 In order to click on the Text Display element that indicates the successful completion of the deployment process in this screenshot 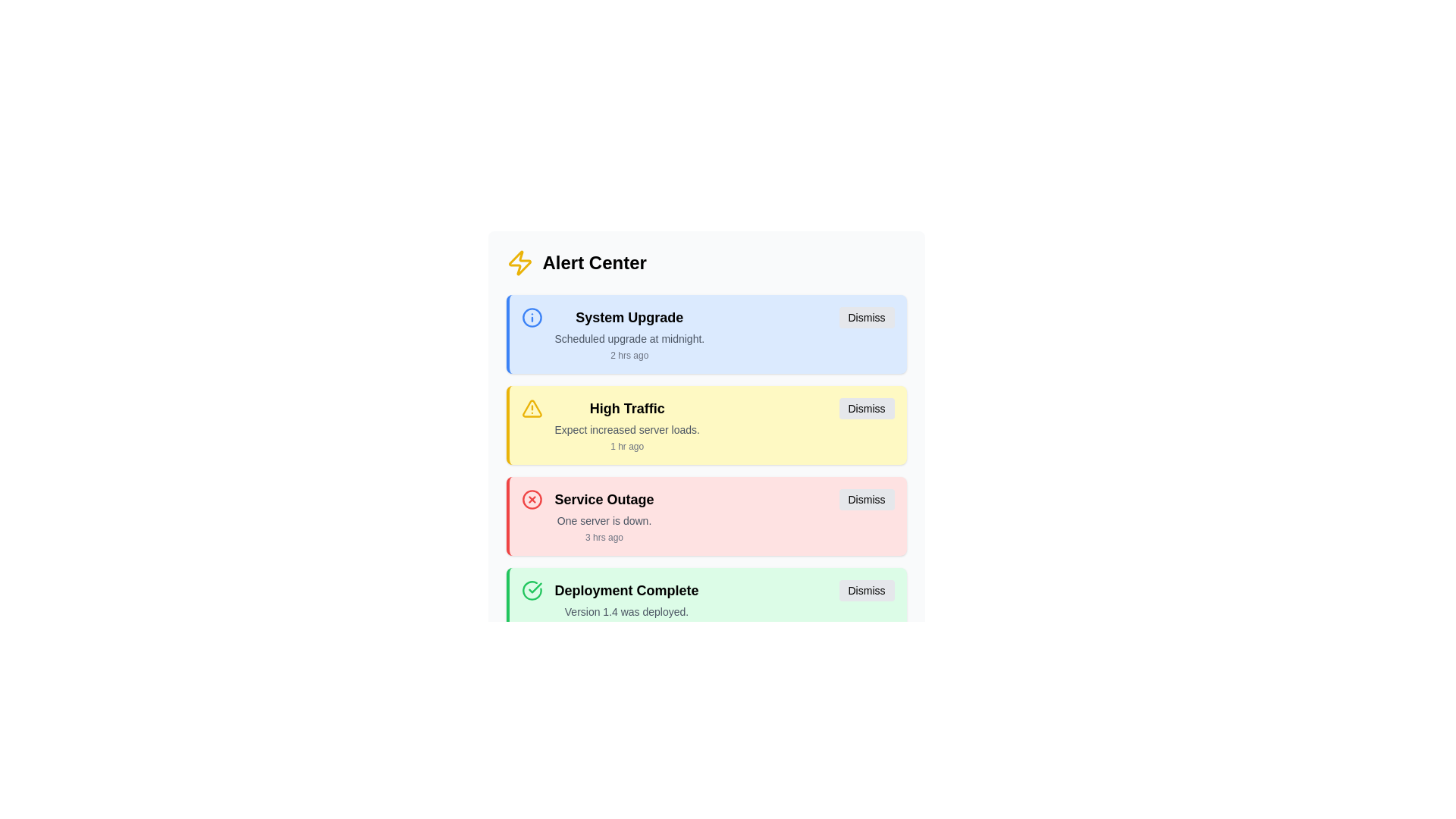, I will do `click(626, 590)`.